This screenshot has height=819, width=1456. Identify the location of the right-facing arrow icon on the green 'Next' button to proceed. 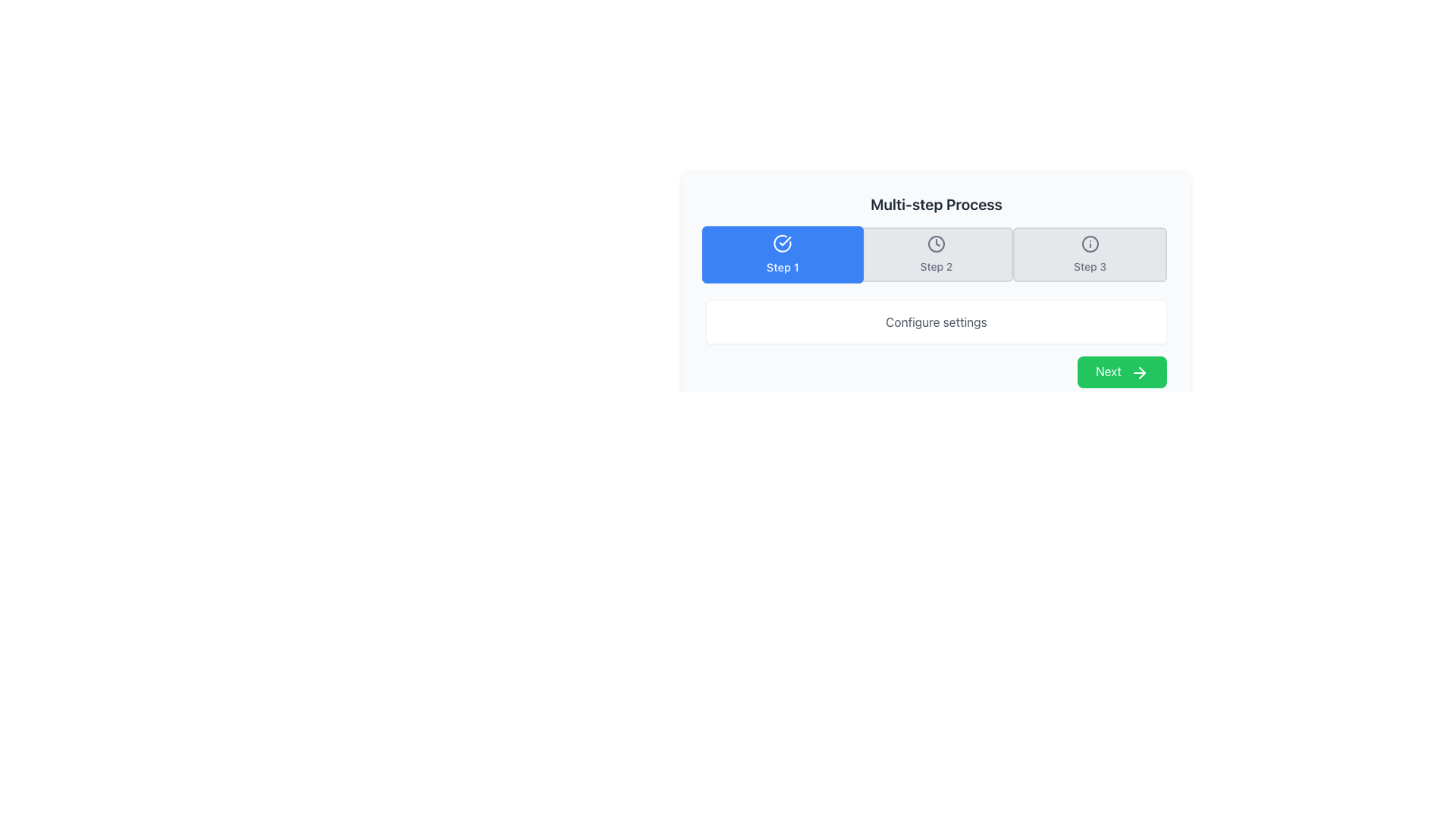
(1139, 372).